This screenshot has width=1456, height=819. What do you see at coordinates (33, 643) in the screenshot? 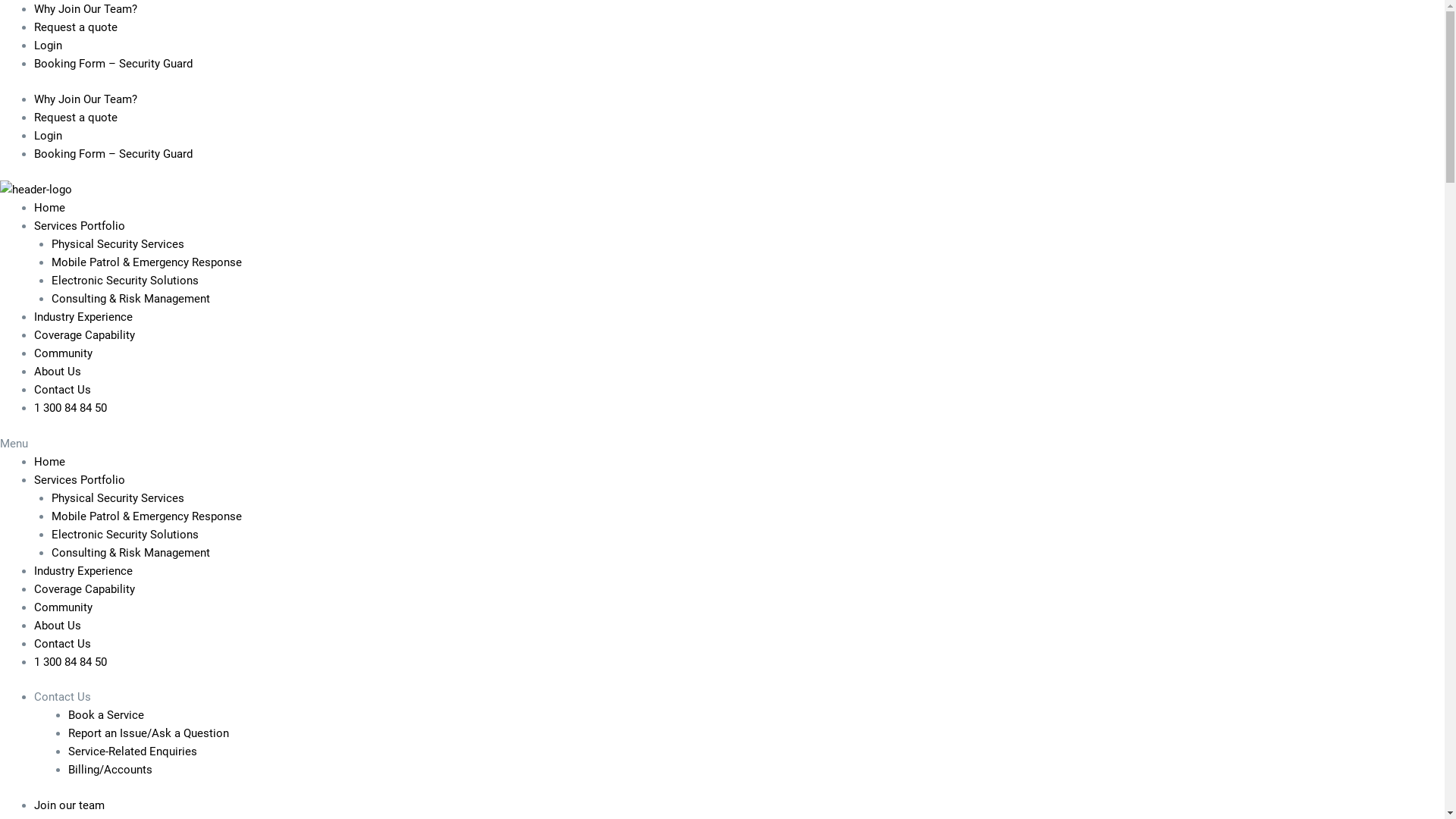
I see `'Contact Us'` at bounding box center [33, 643].